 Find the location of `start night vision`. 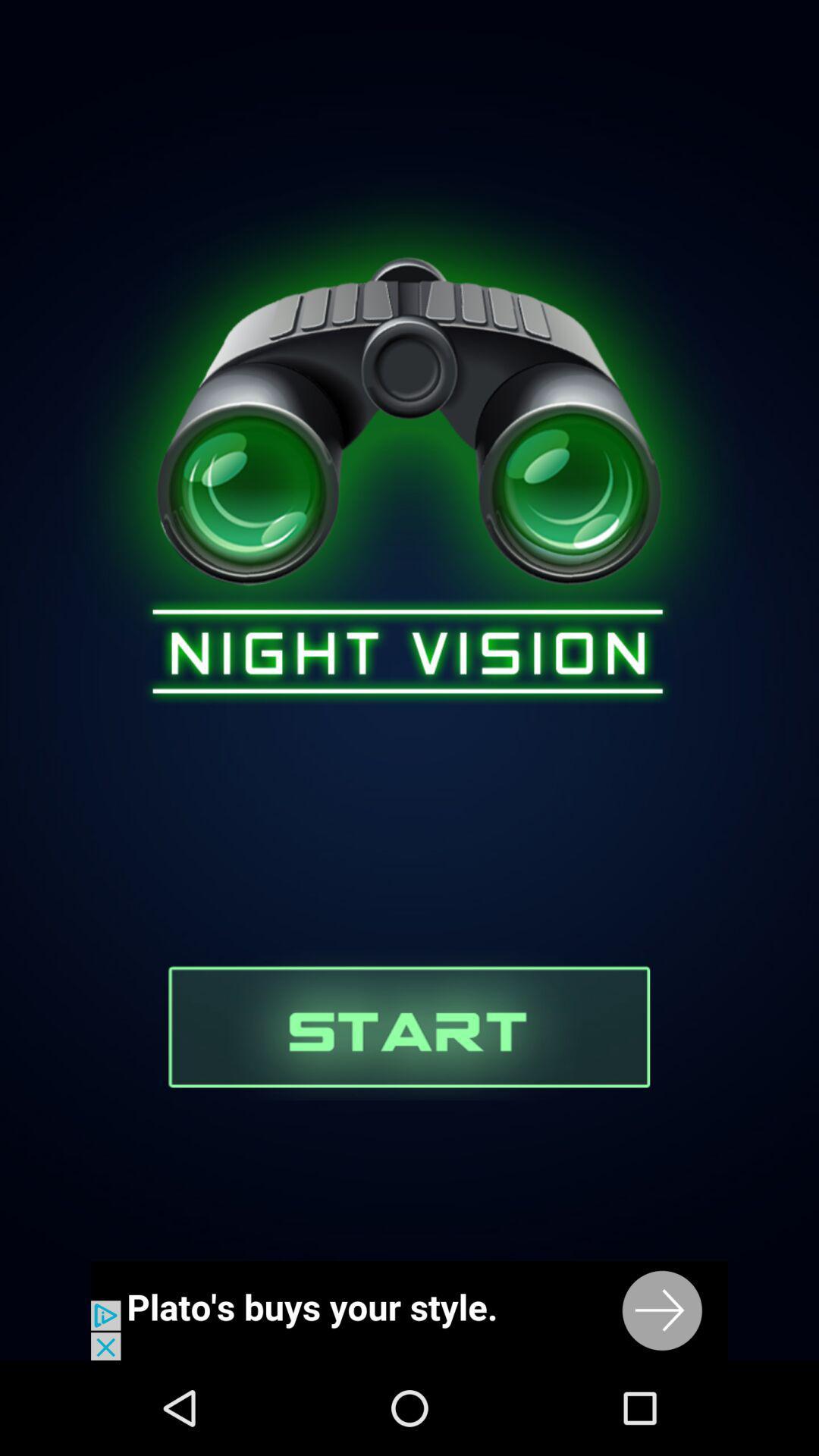

start night vision is located at coordinates (408, 1025).